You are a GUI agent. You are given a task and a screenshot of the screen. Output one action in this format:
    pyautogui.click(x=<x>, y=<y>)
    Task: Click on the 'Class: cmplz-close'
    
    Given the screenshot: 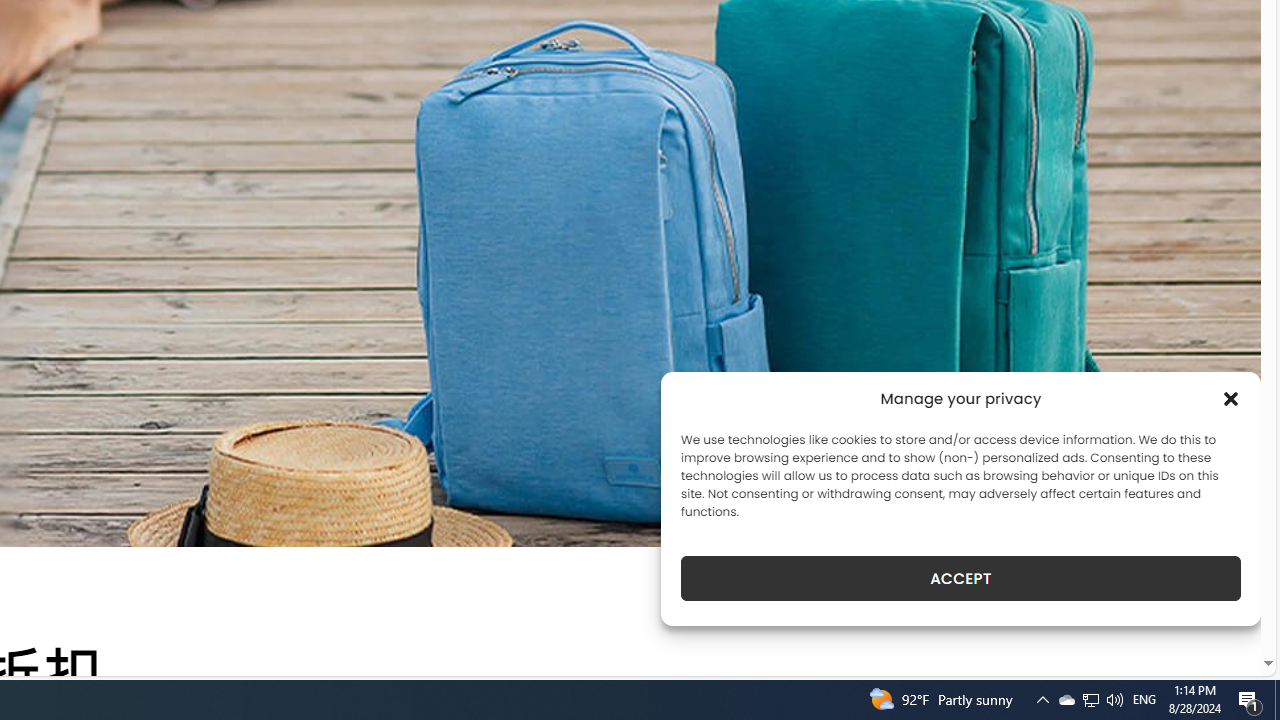 What is the action you would take?
    pyautogui.click(x=1230, y=398)
    